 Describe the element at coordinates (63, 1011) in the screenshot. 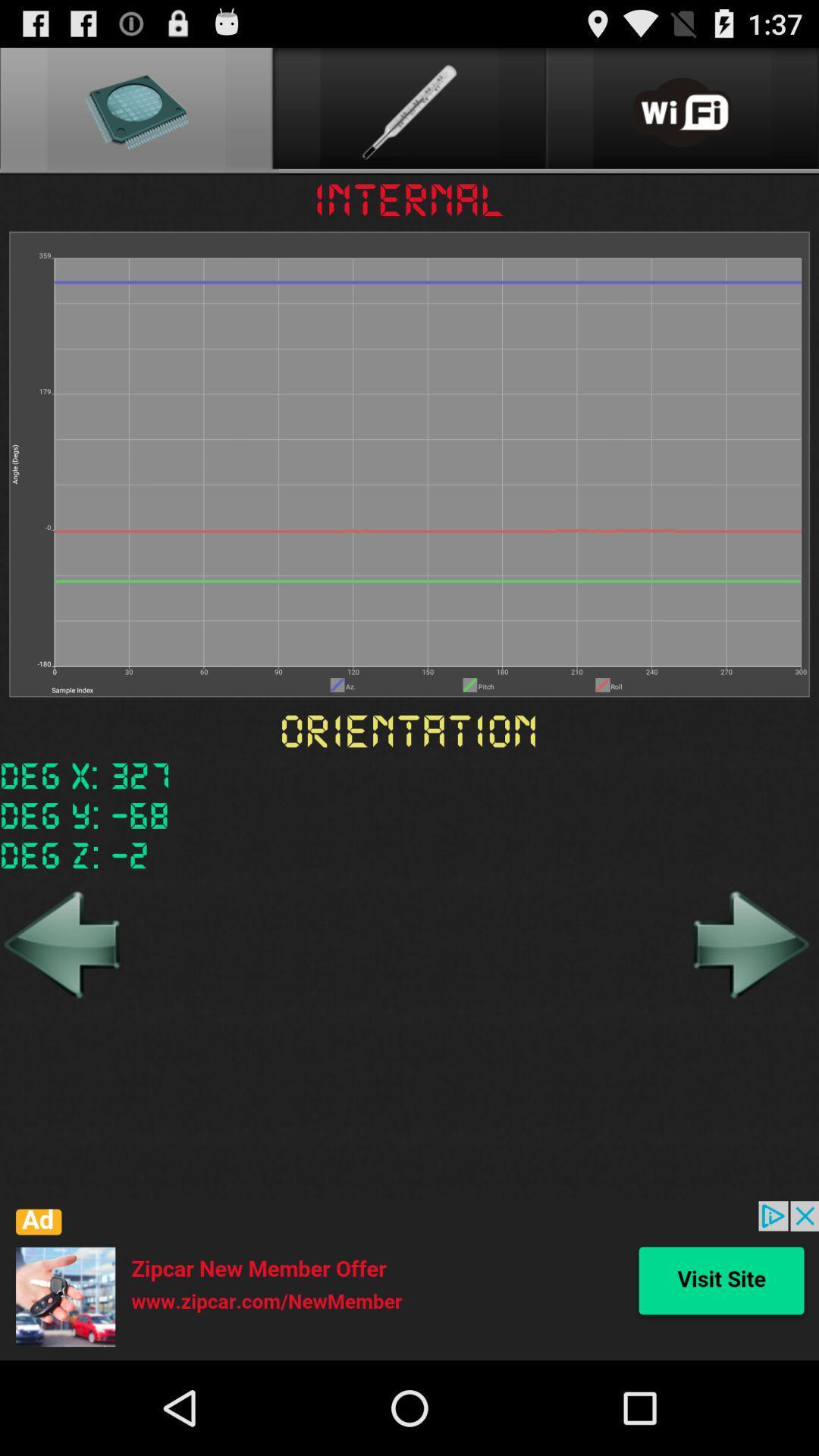

I see `the arrow_backward icon` at that location.